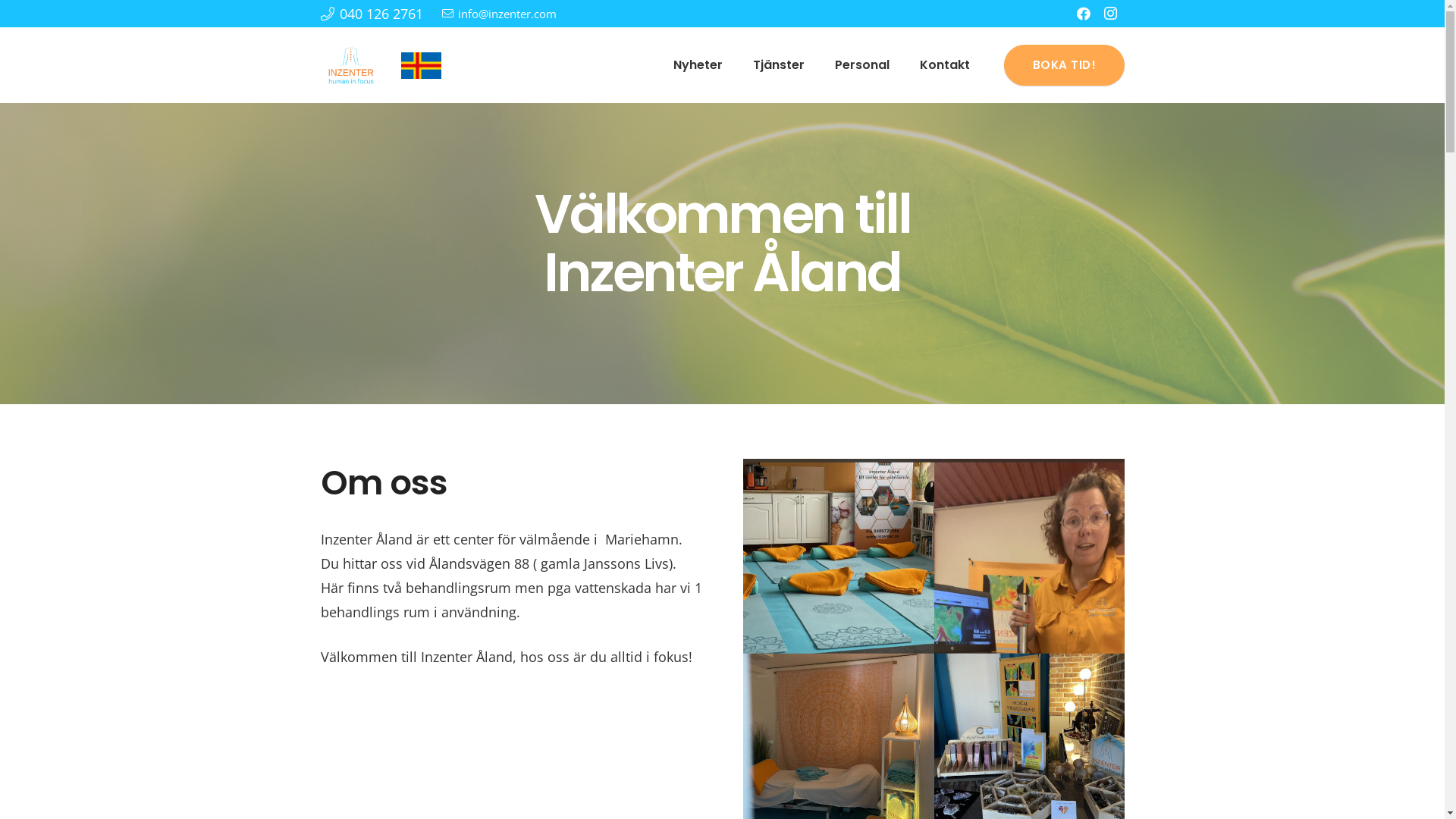 The width and height of the screenshot is (1456, 819). Describe the element at coordinates (1082, 14) in the screenshot. I see `'Facebook'` at that location.